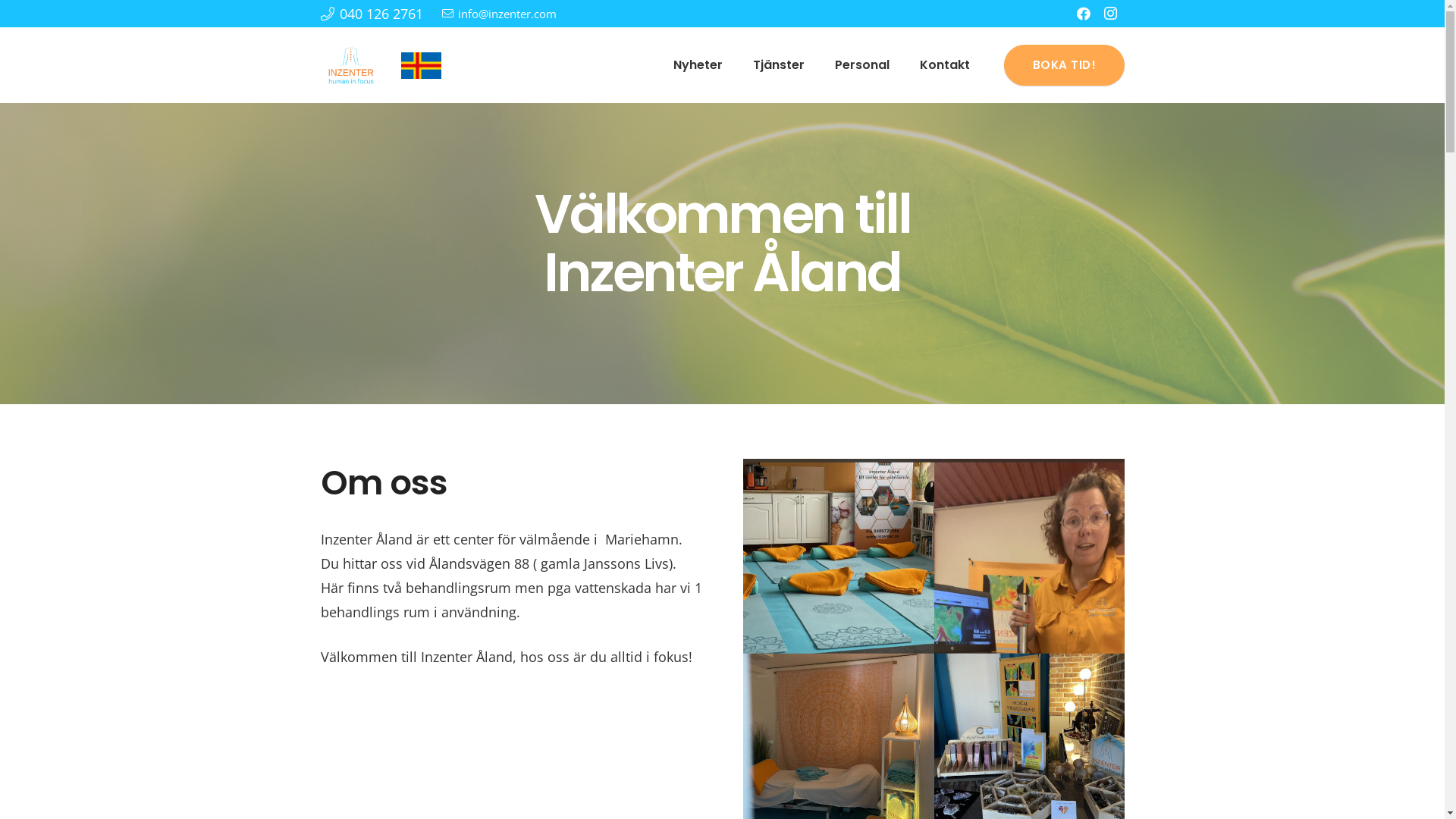 The width and height of the screenshot is (1456, 819). Describe the element at coordinates (1082, 14) in the screenshot. I see `'Facebook'` at that location.